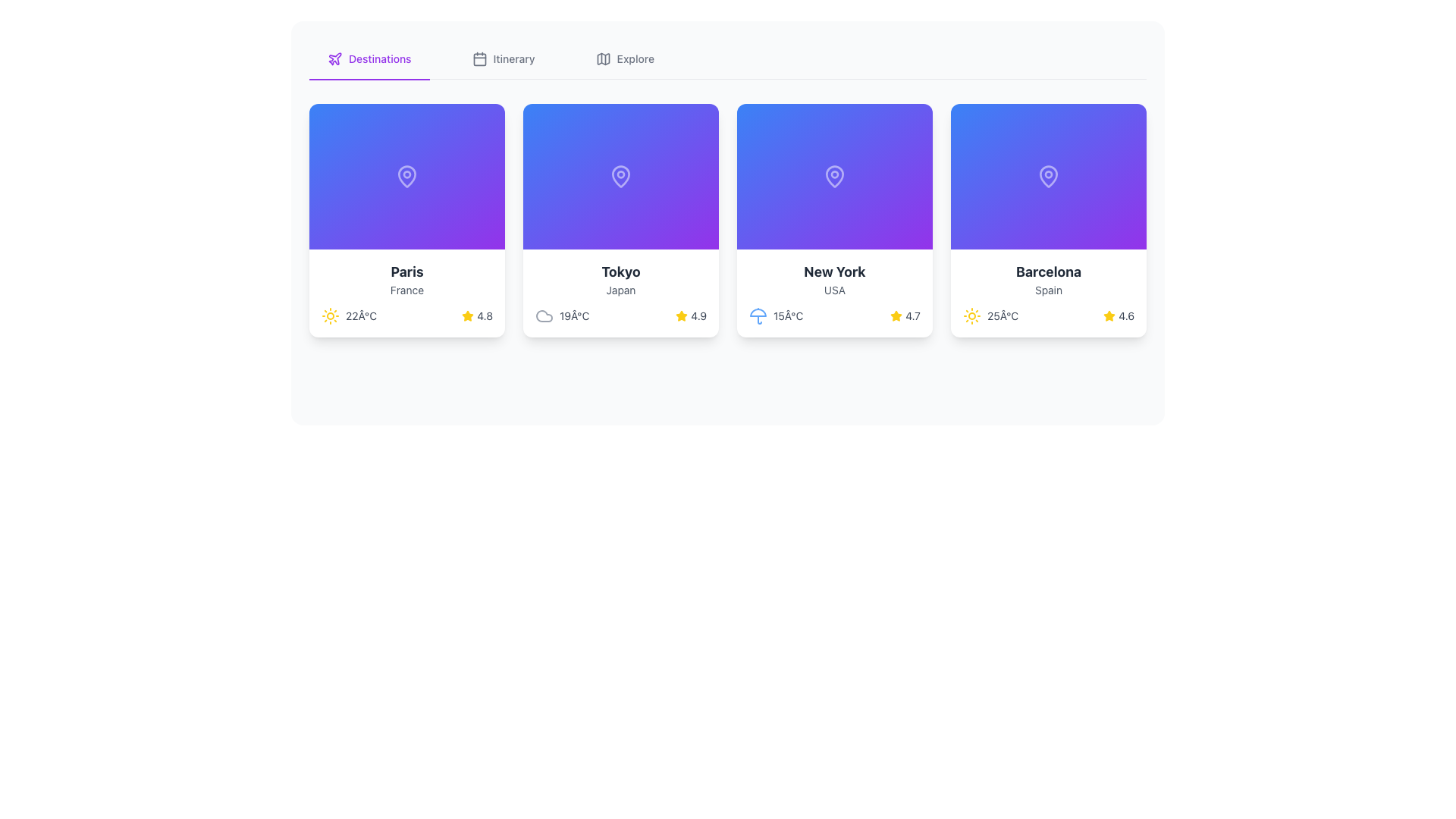 The image size is (1456, 819). What do you see at coordinates (561, 315) in the screenshot?
I see `temperature information displayed in the gray text label showing '19°C' next to the cloud icon in the weather section of the Tokyo, Japan card` at bounding box center [561, 315].